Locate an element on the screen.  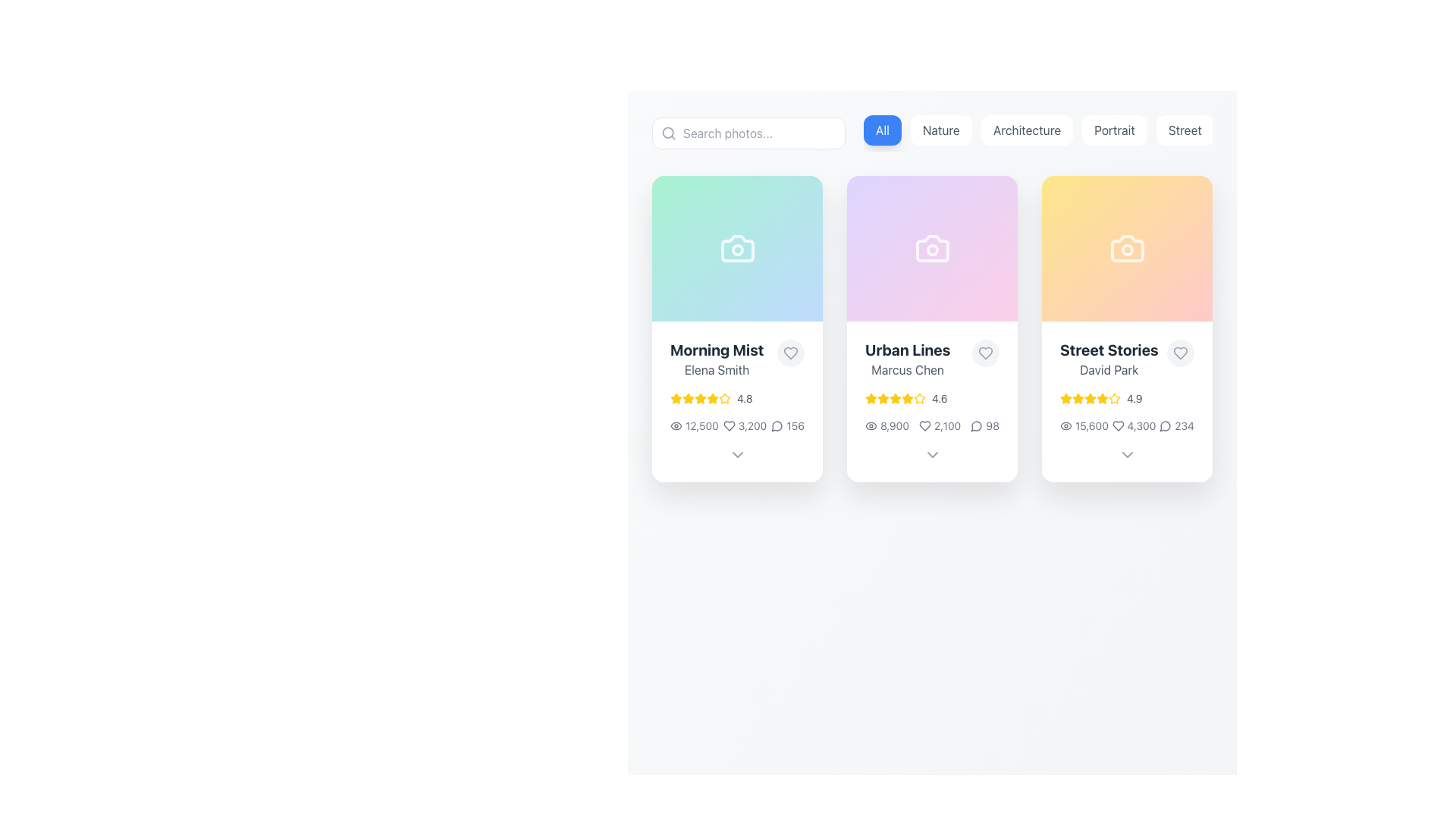
the second card is located at coordinates (931, 328).